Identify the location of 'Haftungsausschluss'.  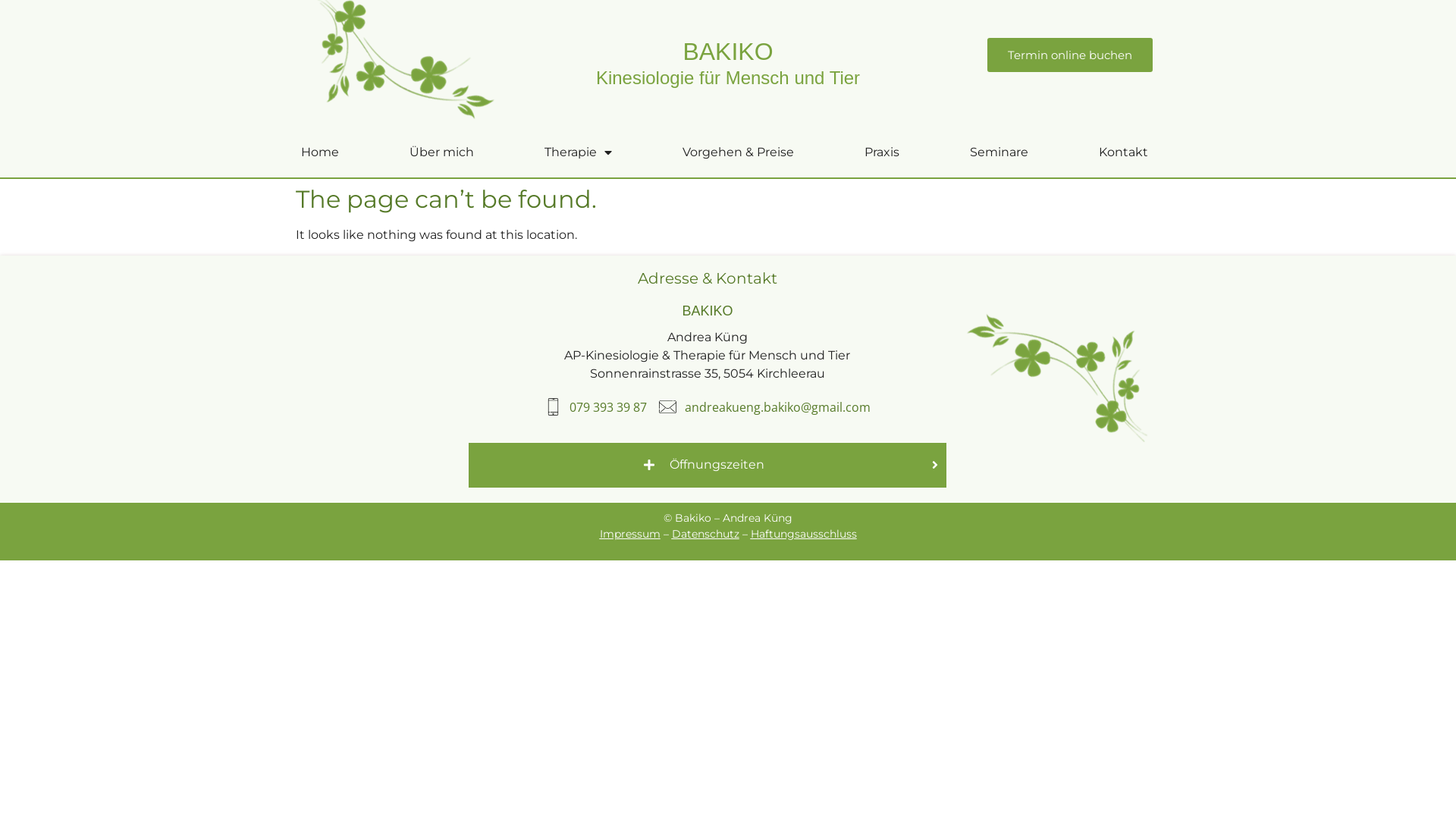
(750, 533).